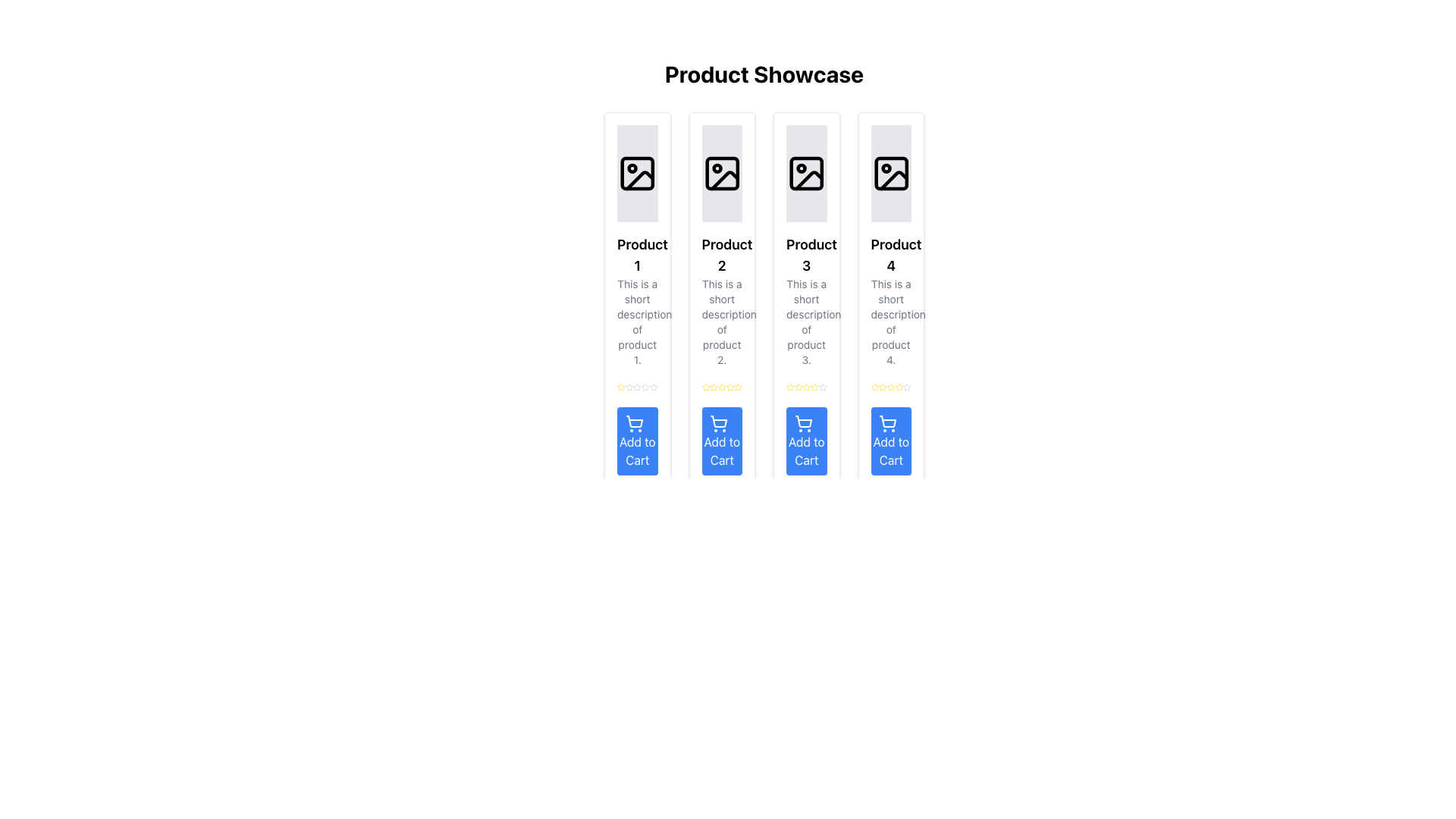  I want to click on the fourth star icon from the left in the rating section for Product 3, so click(814, 386).